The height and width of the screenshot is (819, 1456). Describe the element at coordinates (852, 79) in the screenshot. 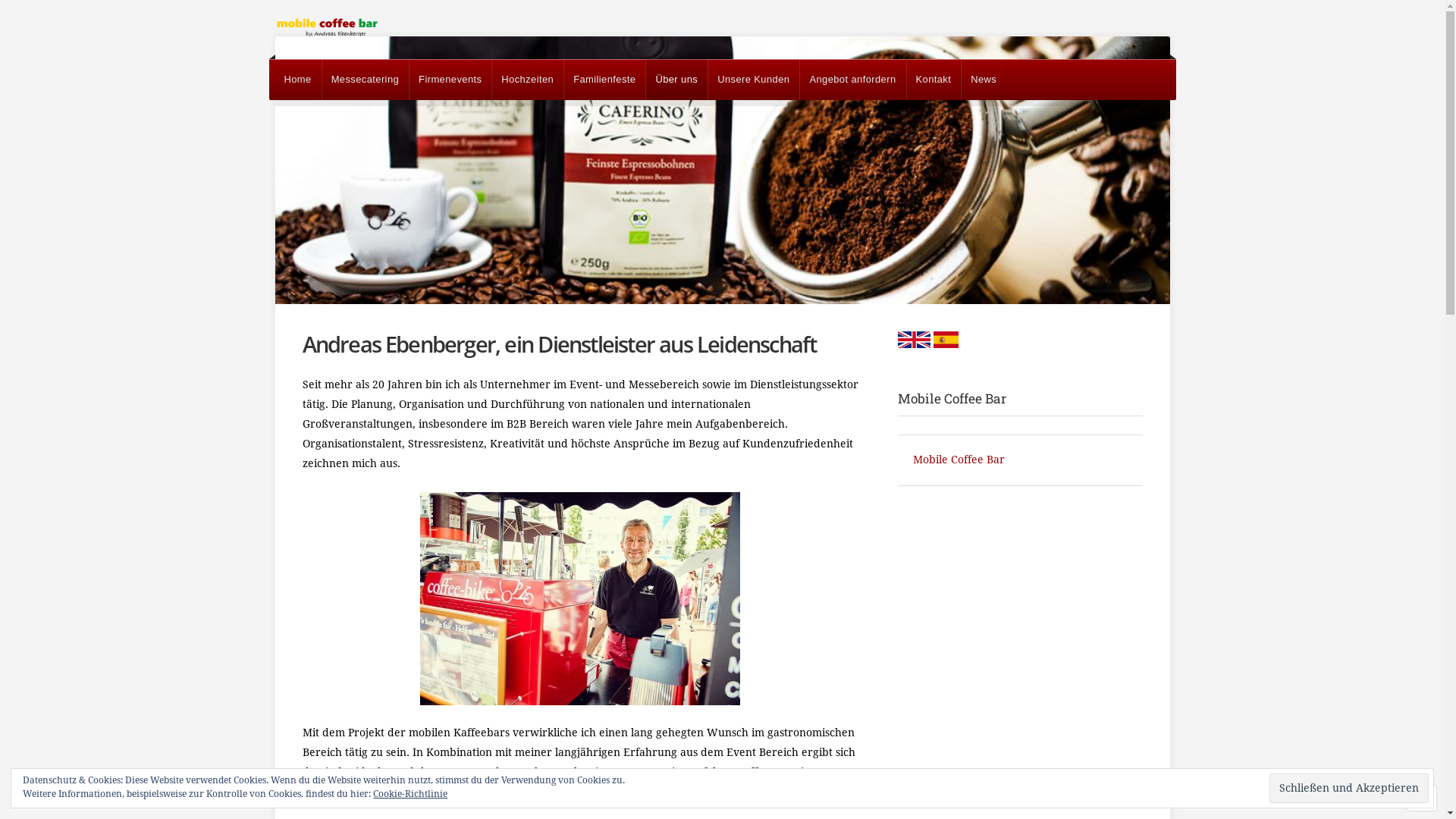

I see `'Angebot anfordern'` at that location.